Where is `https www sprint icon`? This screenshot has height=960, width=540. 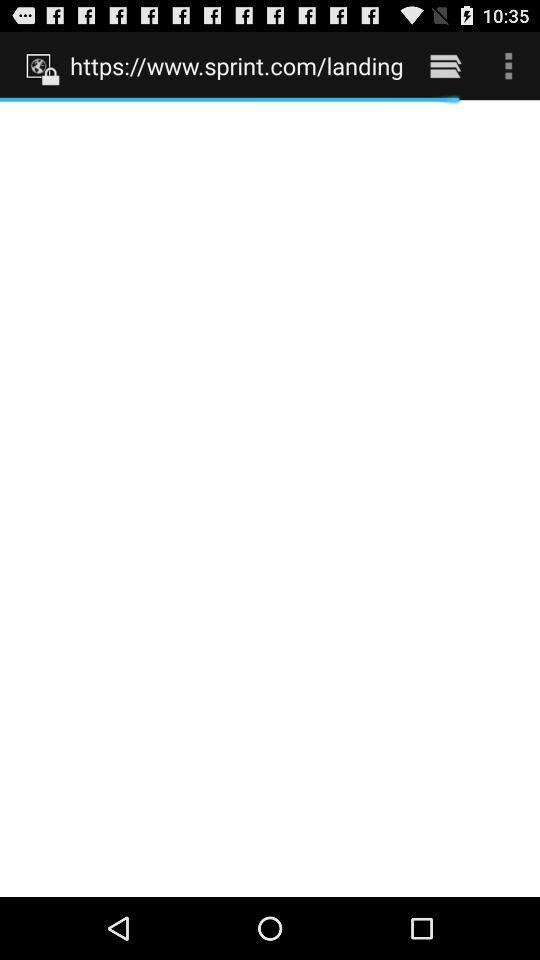 https www sprint icon is located at coordinates (235, 65).